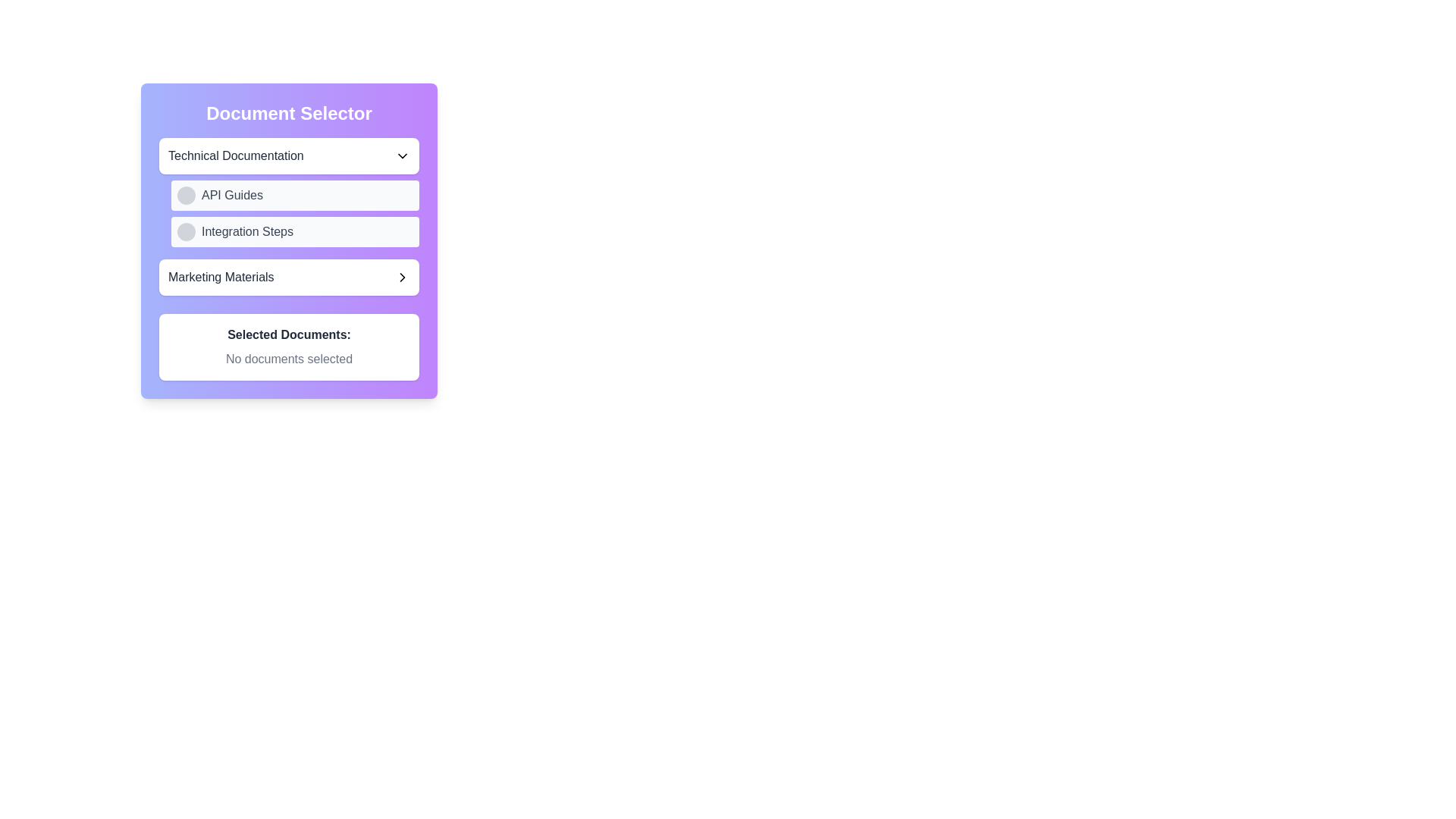 The height and width of the screenshot is (819, 1456). Describe the element at coordinates (220, 278) in the screenshot. I see `text 'Marketing Materials' from the text label located in the third interactive box of the 'Document Selector' panel` at that location.